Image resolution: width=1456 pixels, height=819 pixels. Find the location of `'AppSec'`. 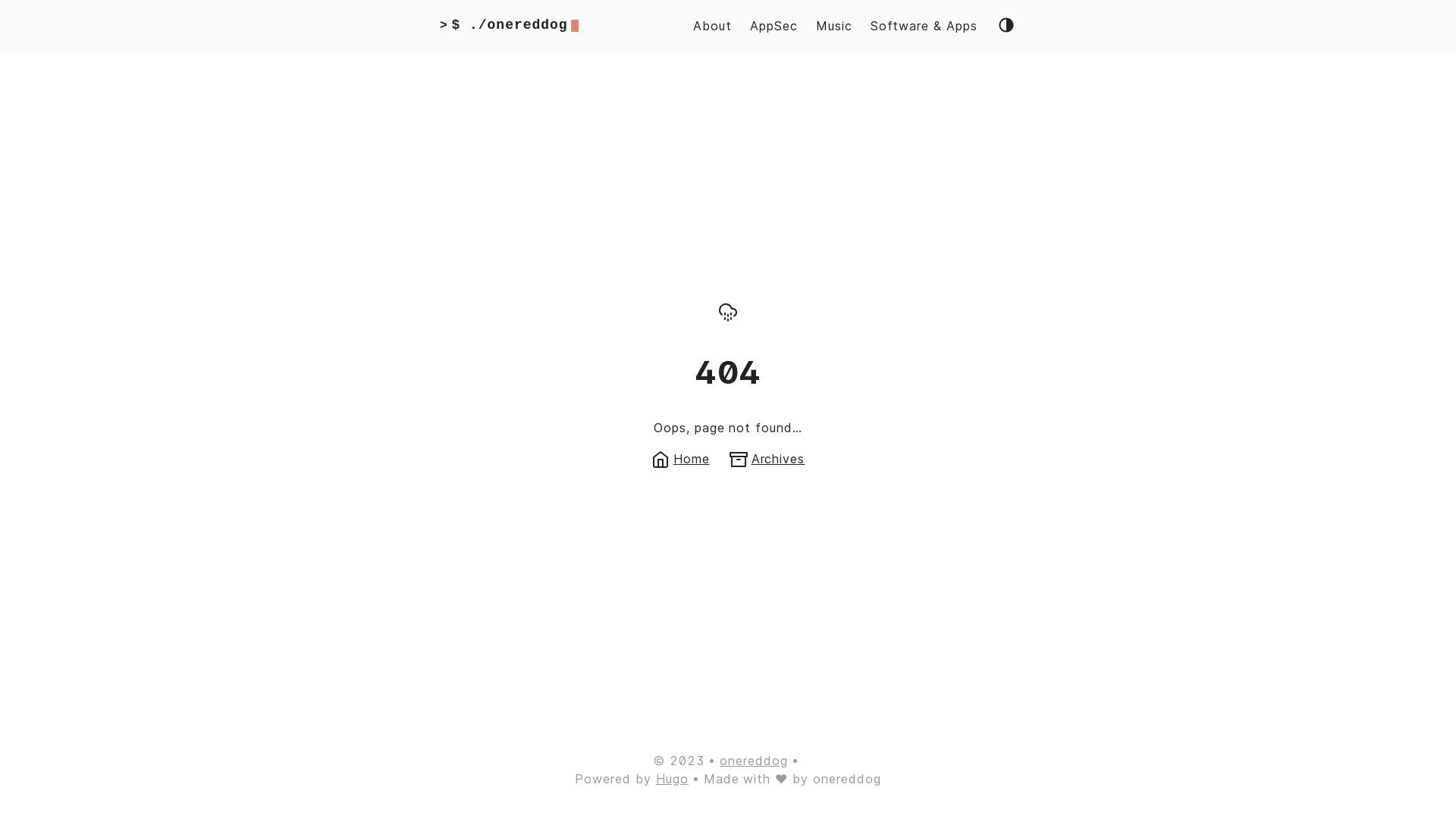

'AppSec' is located at coordinates (773, 26).